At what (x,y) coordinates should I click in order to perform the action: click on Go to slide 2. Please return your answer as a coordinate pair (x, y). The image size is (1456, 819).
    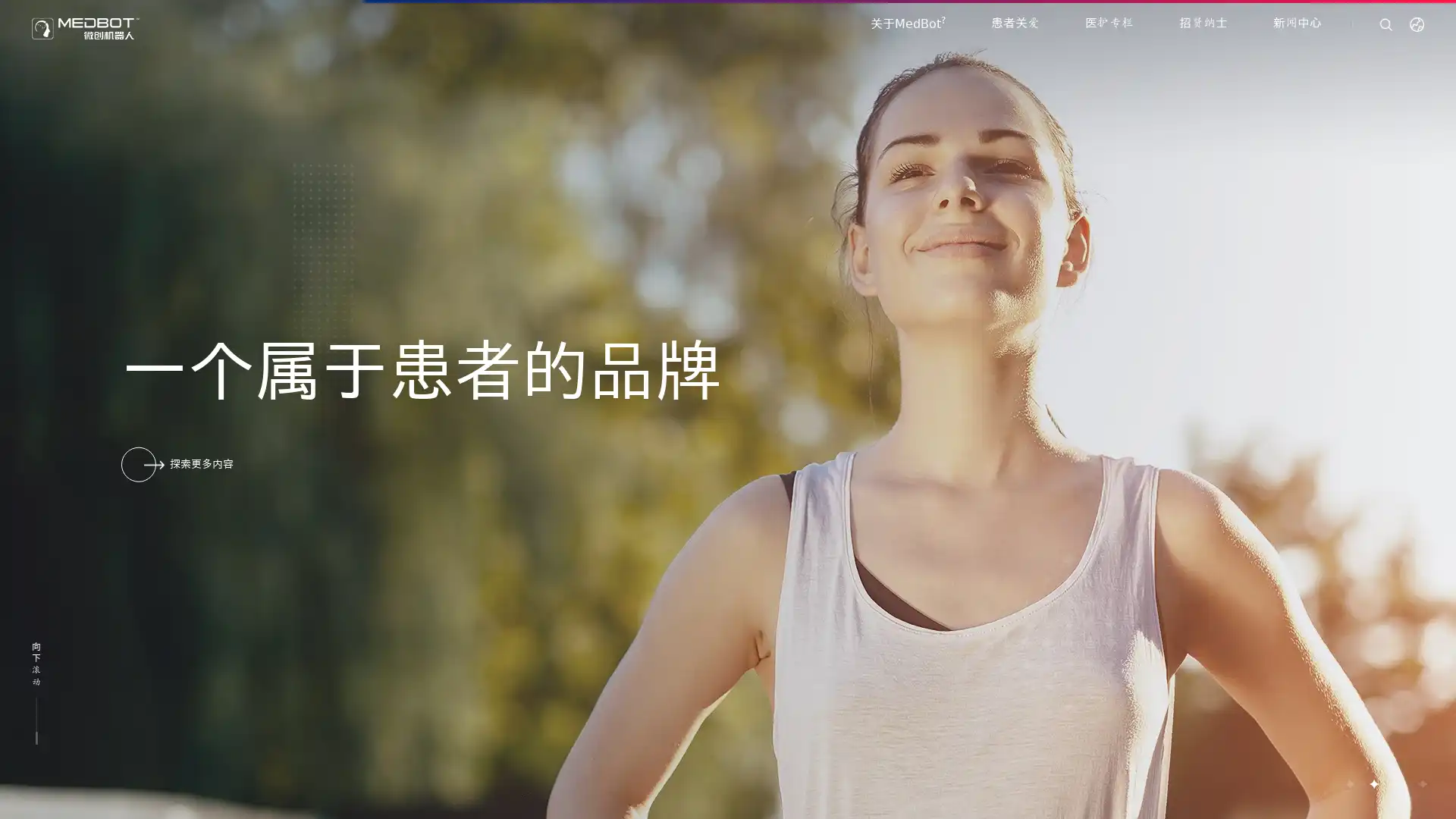
    Looking at the image, I should click on (1373, 783).